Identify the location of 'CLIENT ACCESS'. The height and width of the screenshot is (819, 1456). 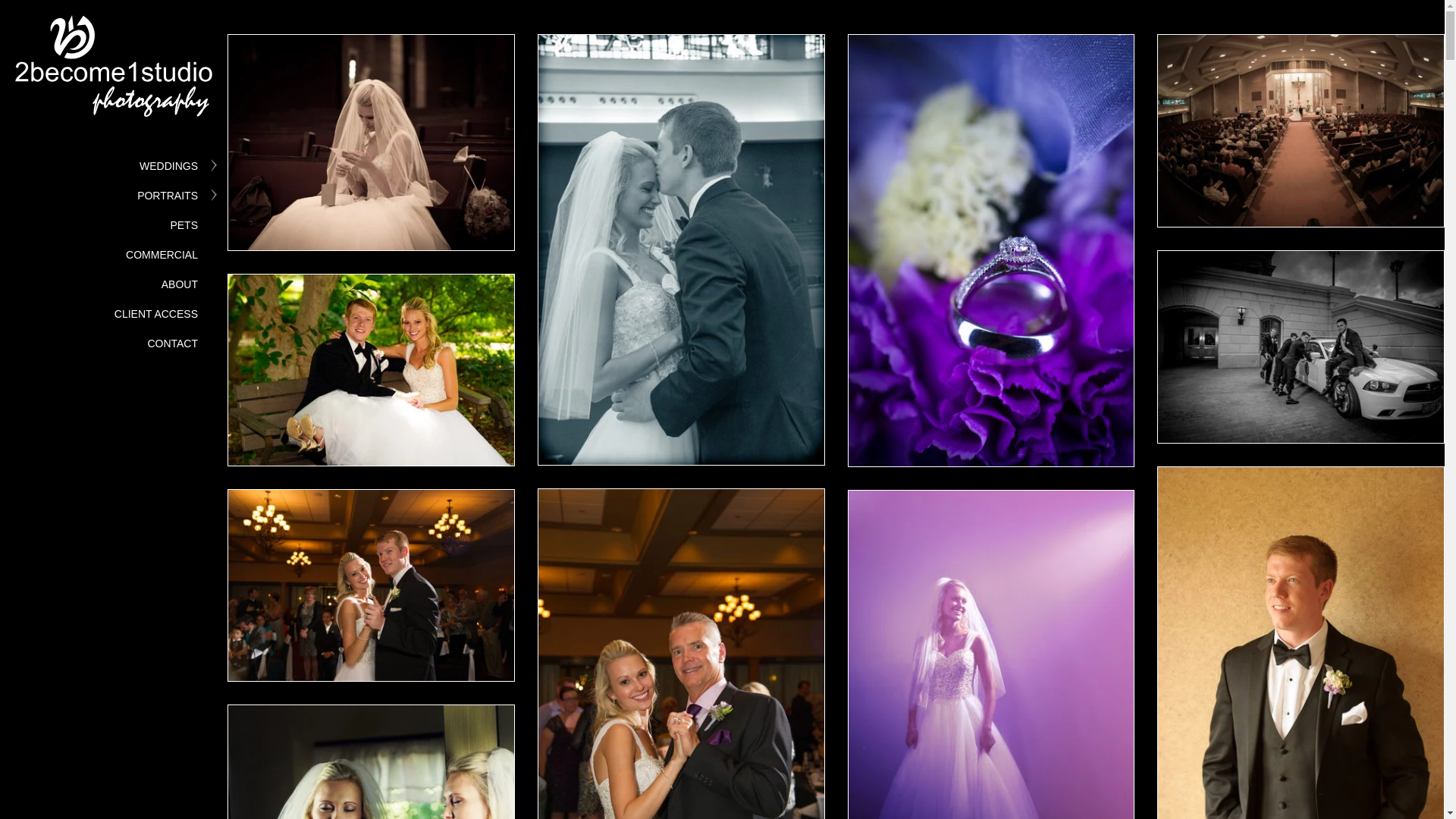
(113, 312).